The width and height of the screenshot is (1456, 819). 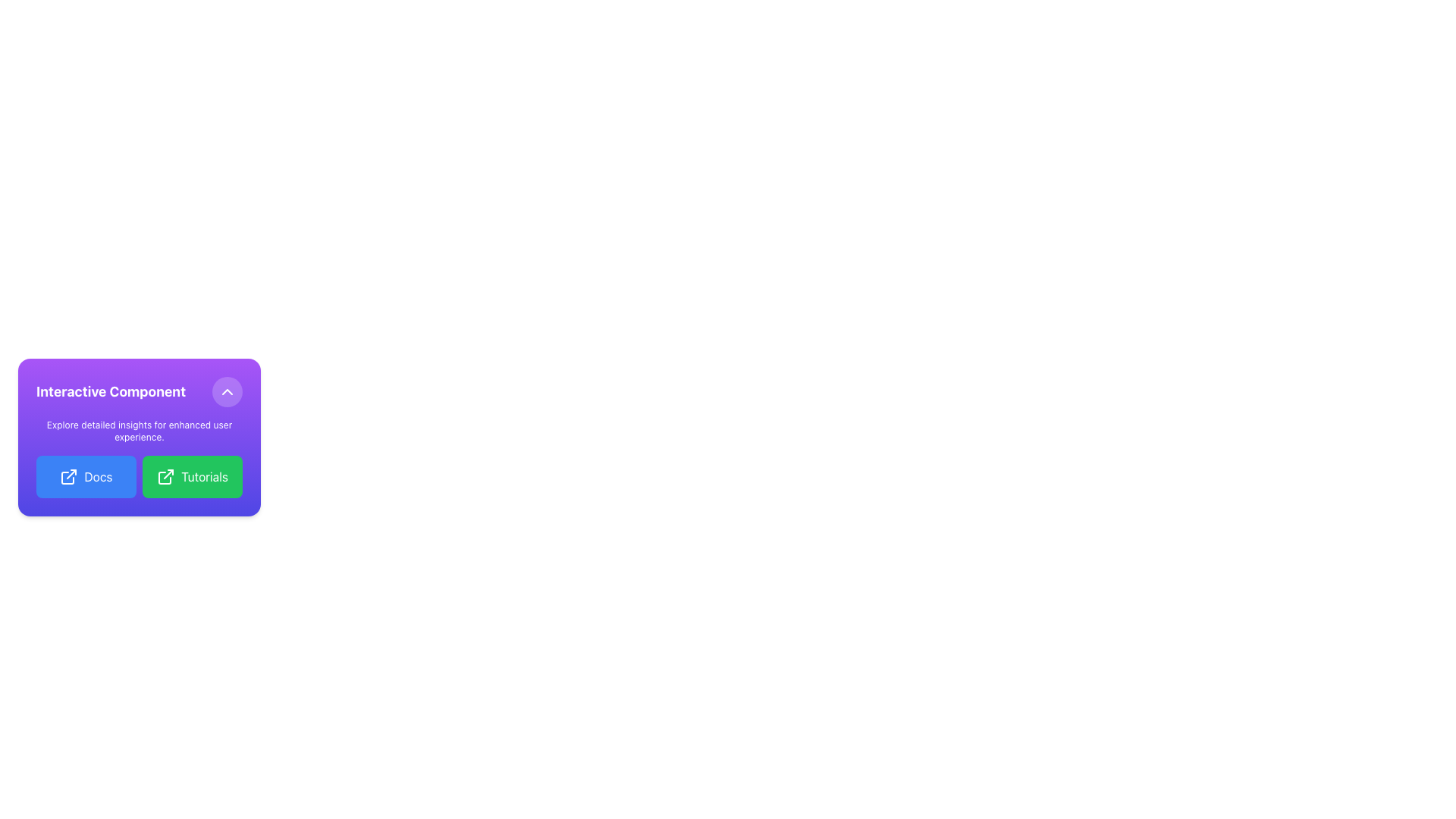 What do you see at coordinates (139, 475) in the screenshot?
I see `the green button labeled 'Tutorials' in the grid of interactive buttons` at bounding box center [139, 475].